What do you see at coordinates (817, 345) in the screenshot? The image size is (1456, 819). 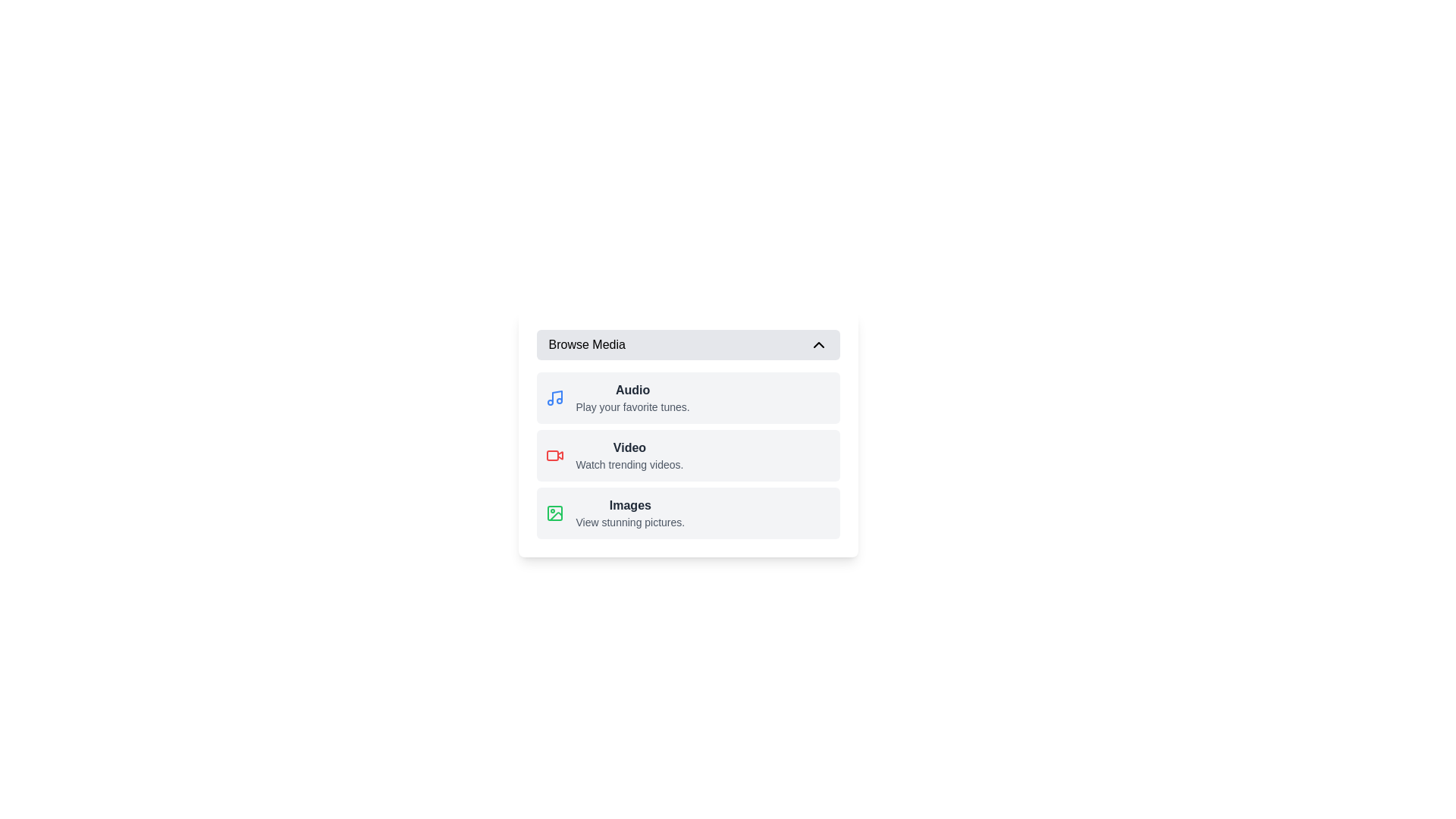 I see `the chevron icon located at the top-right corner of the 'Browse Media' section` at bounding box center [817, 345].